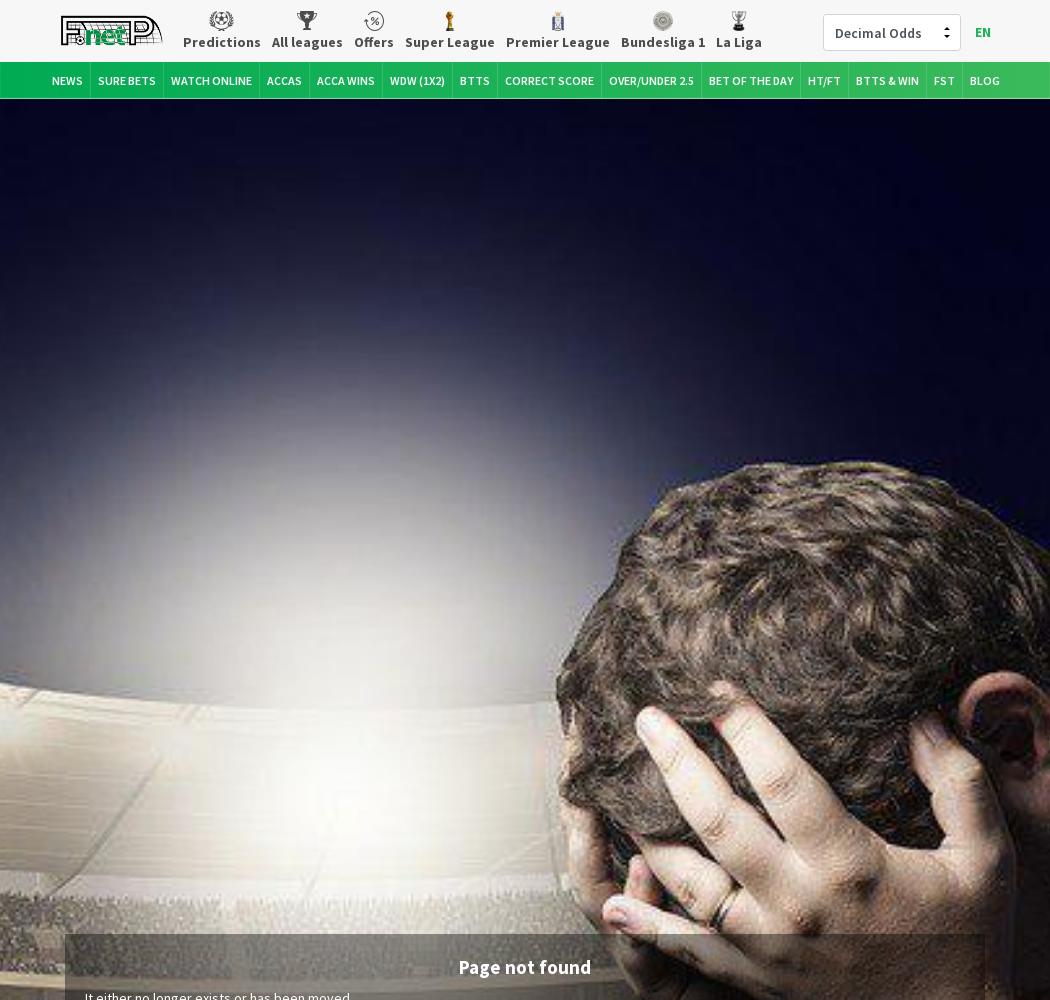  Describe the element at coordinates (750, 78) in the screenshot. I see `'Bet of the Day'` at that location.